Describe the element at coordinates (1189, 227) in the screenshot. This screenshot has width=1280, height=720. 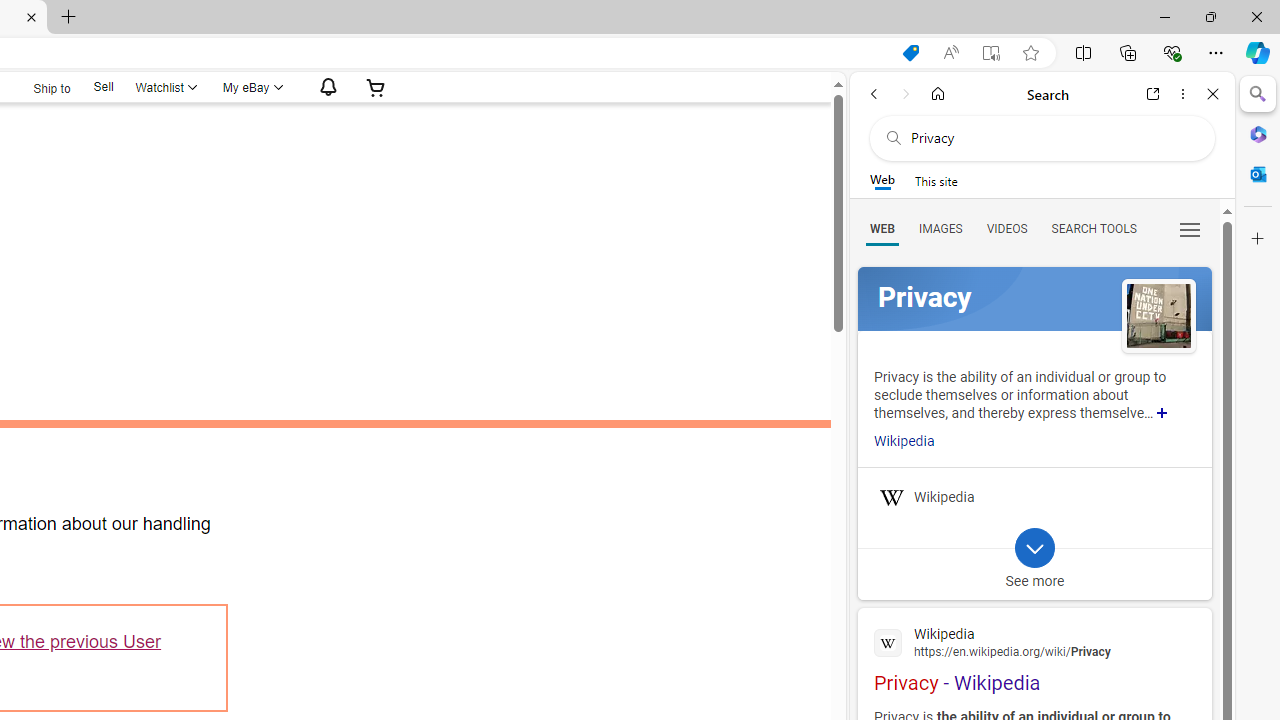
I see `'Preferences'` at that location.